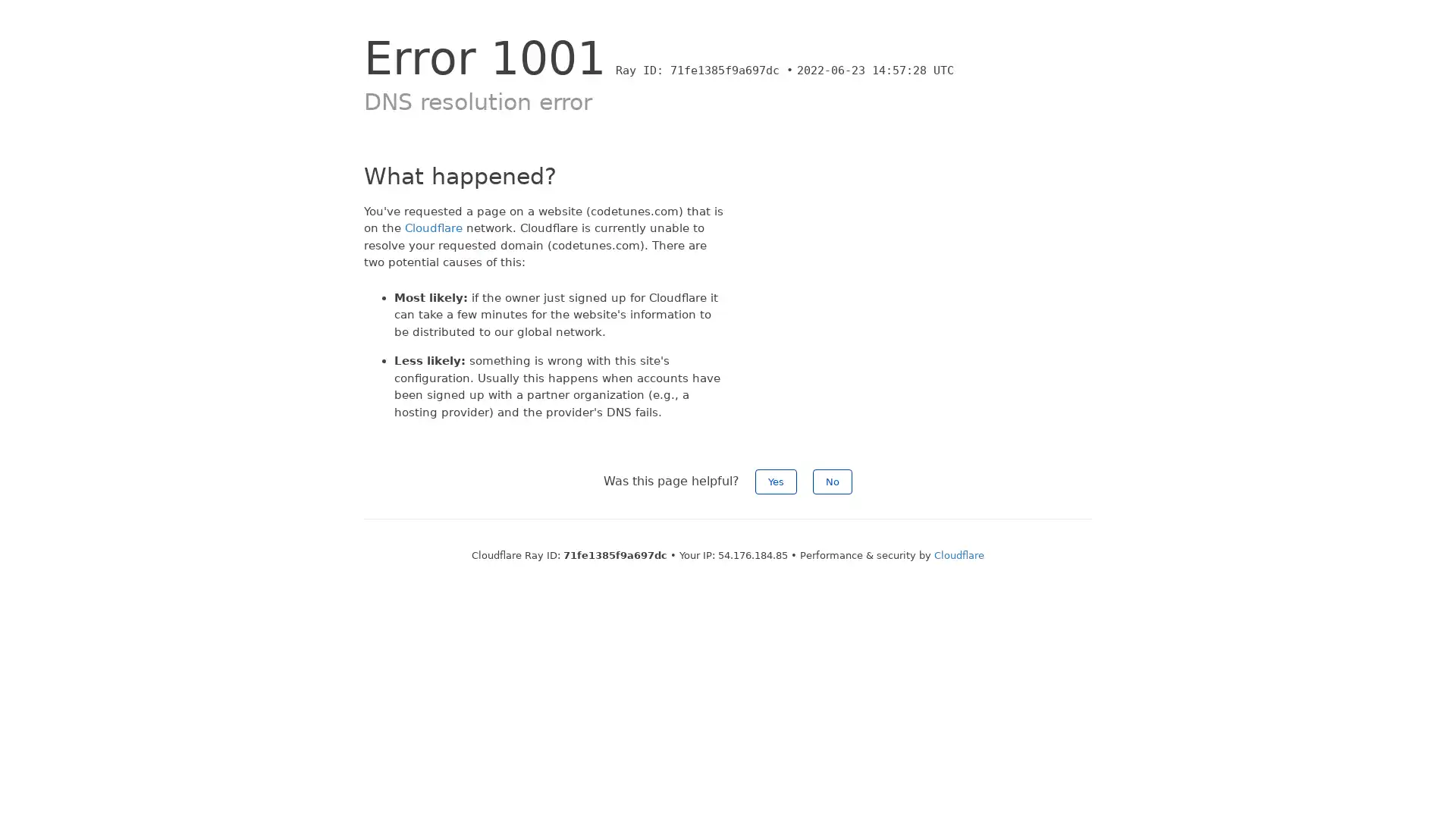 This screenshot has height=819, width=1456. I want to click on No, so click(832, 482).